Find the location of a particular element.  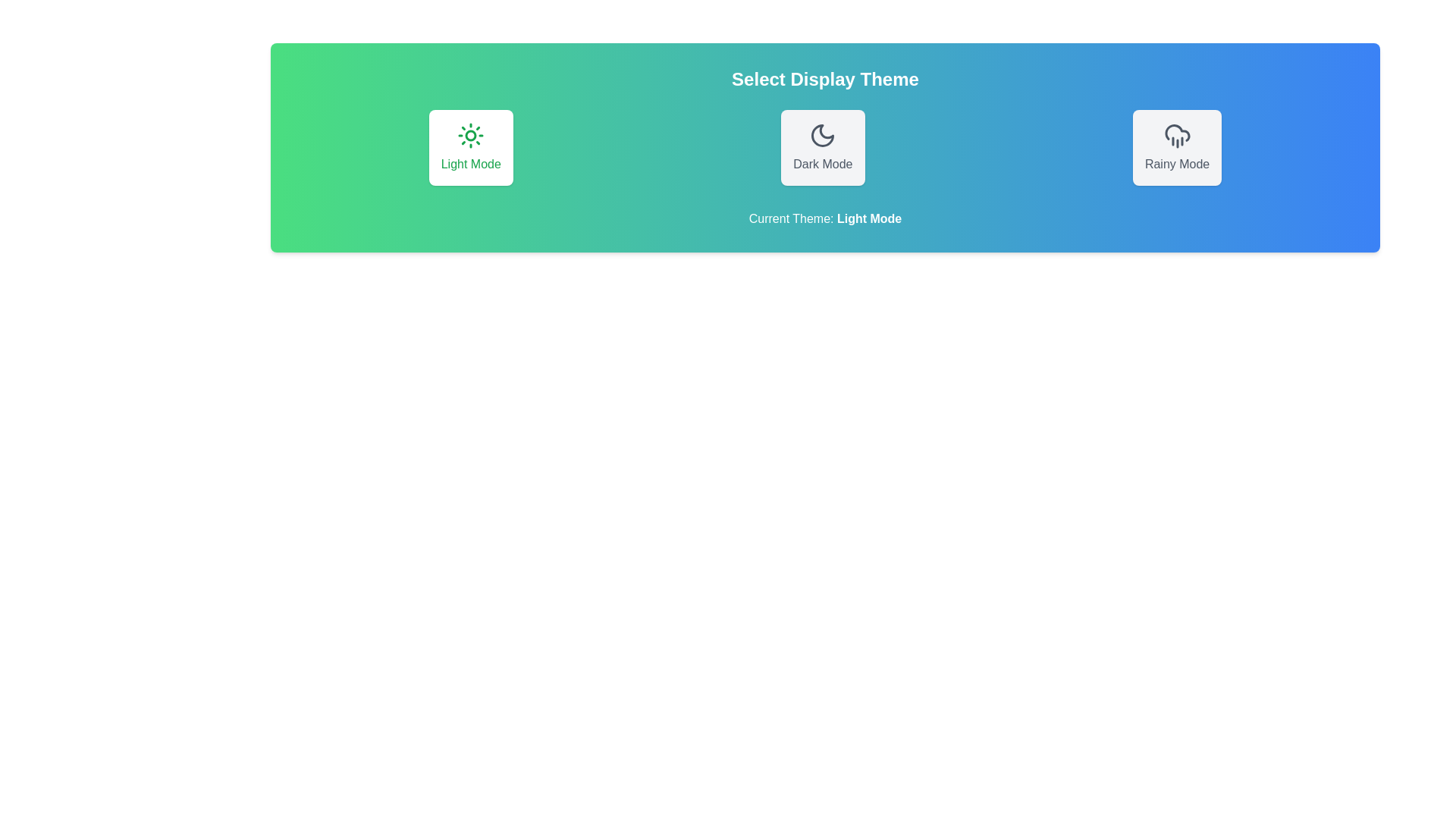

the button corresponding to Light Mode to select the desired theme is located at coordinates (469, 148).